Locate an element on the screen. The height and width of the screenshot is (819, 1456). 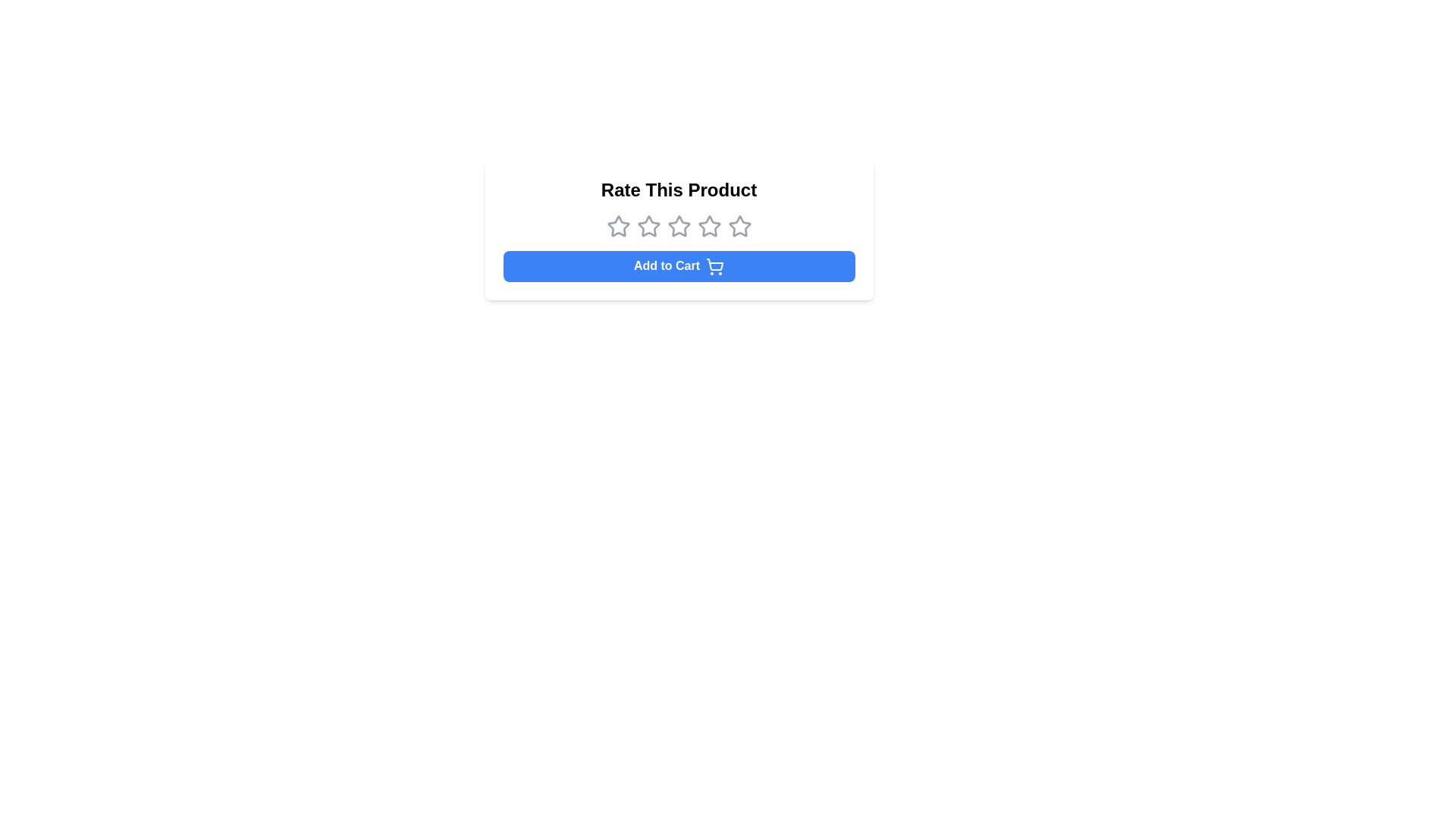
the third star in the rating stars located beneath 'Rate This Product' is located at coordinates (678, 227).